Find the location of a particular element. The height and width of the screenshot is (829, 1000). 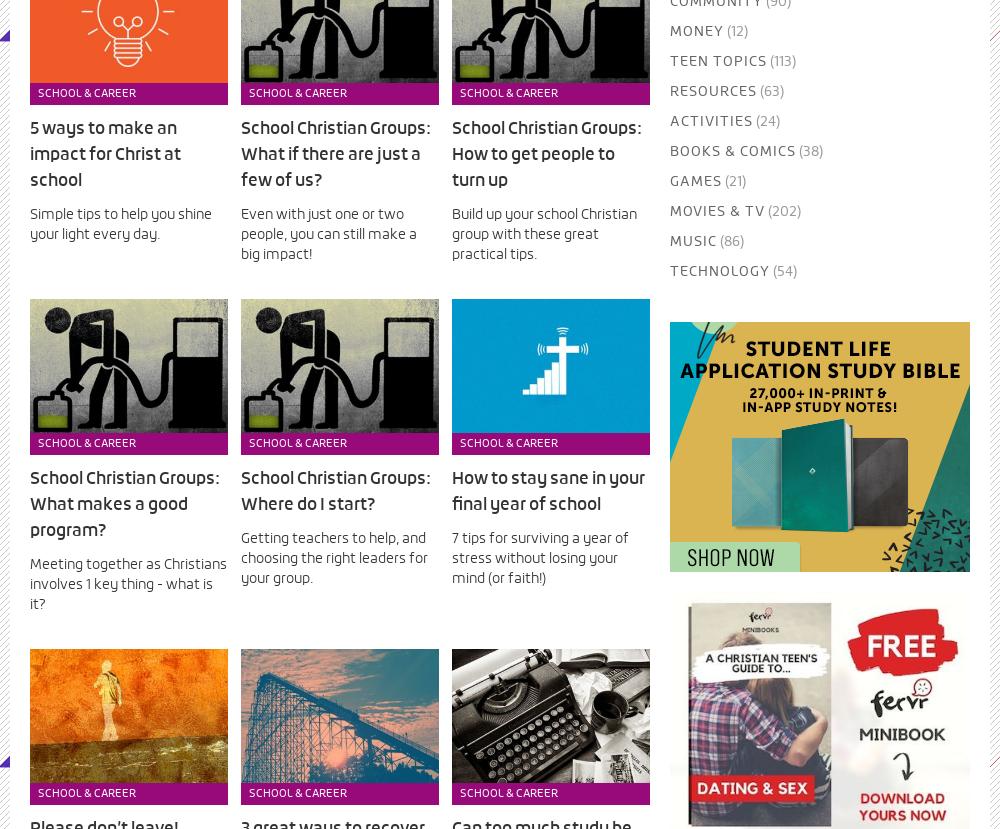

'7 tips for surviving a year of stress without losing your mind (or faith!)' is located at coordinates (540, 558).